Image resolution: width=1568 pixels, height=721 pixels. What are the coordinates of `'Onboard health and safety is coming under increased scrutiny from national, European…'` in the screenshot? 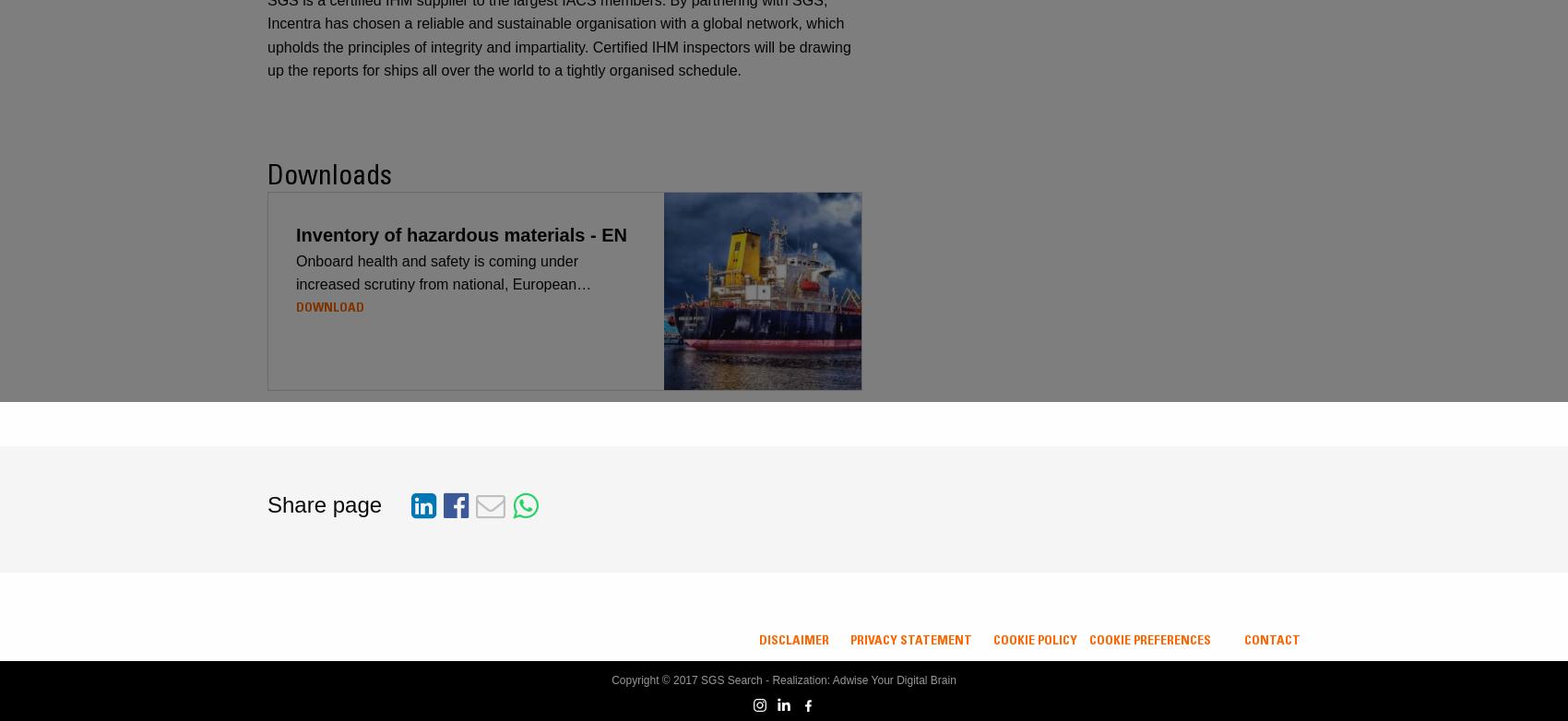 It's located at (443, 271).